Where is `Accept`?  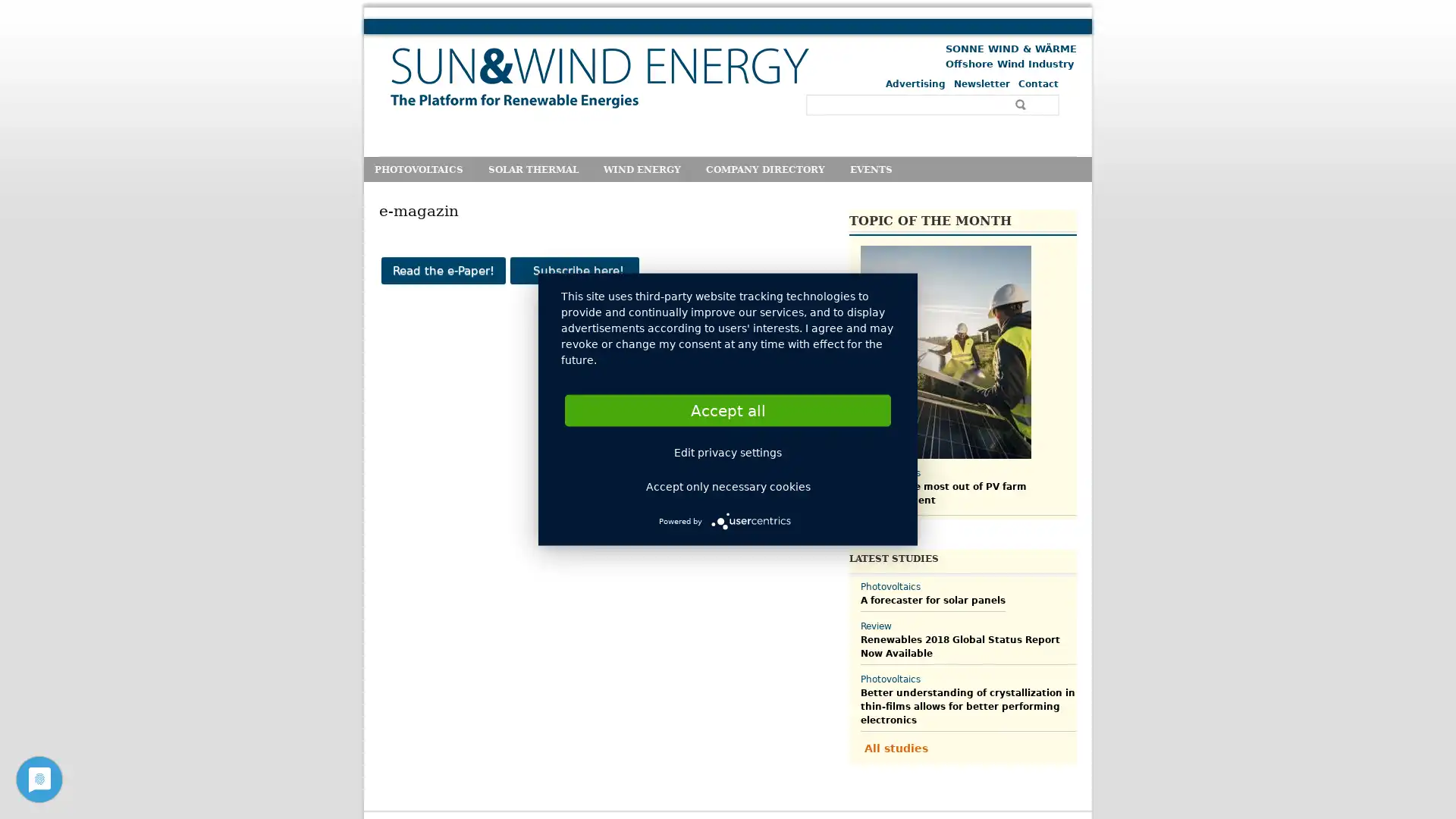 Accept is located at coordinates (728, 409).